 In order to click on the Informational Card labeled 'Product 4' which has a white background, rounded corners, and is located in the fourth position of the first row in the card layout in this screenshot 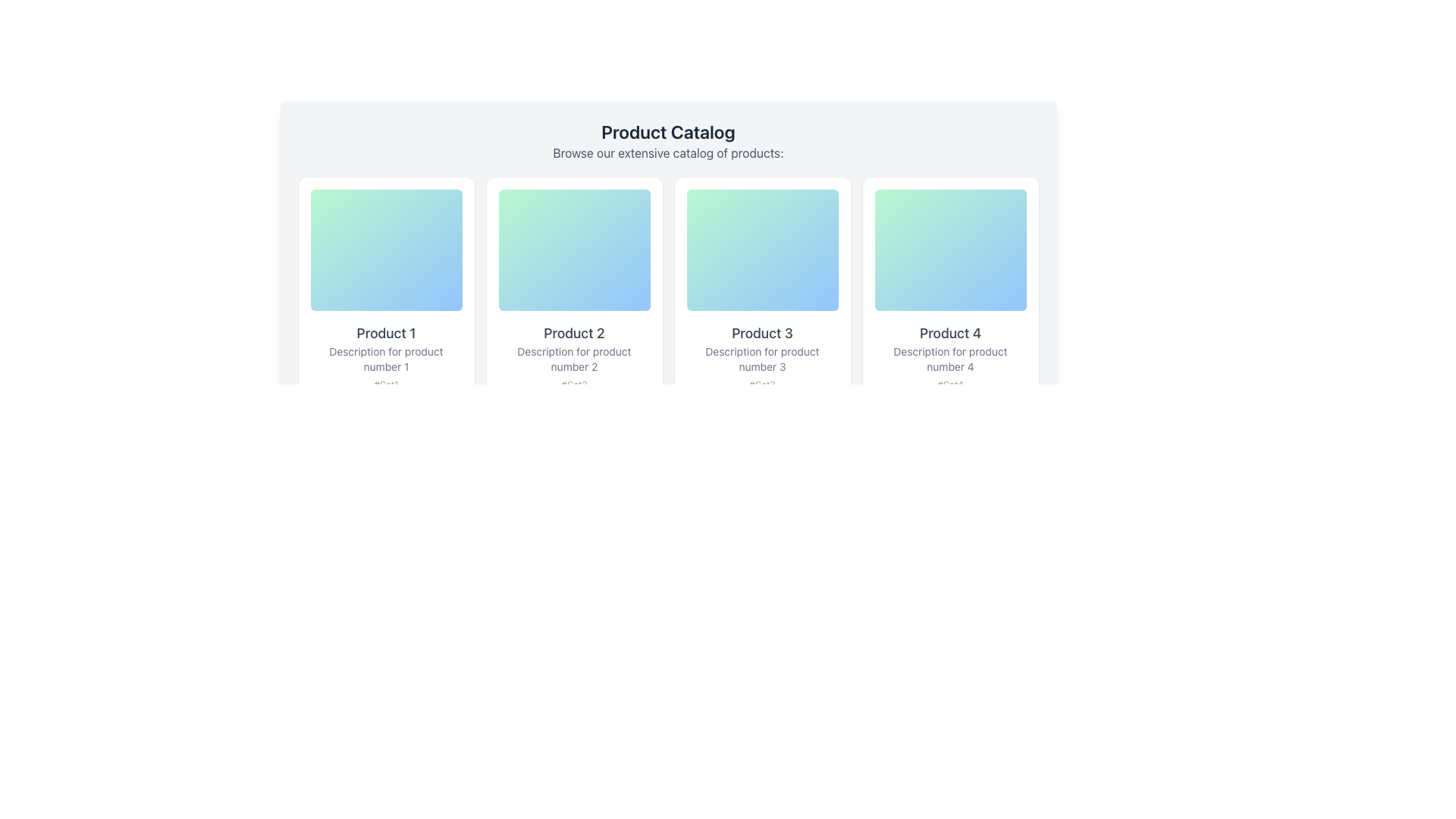, I will do `click(949, 291)`.